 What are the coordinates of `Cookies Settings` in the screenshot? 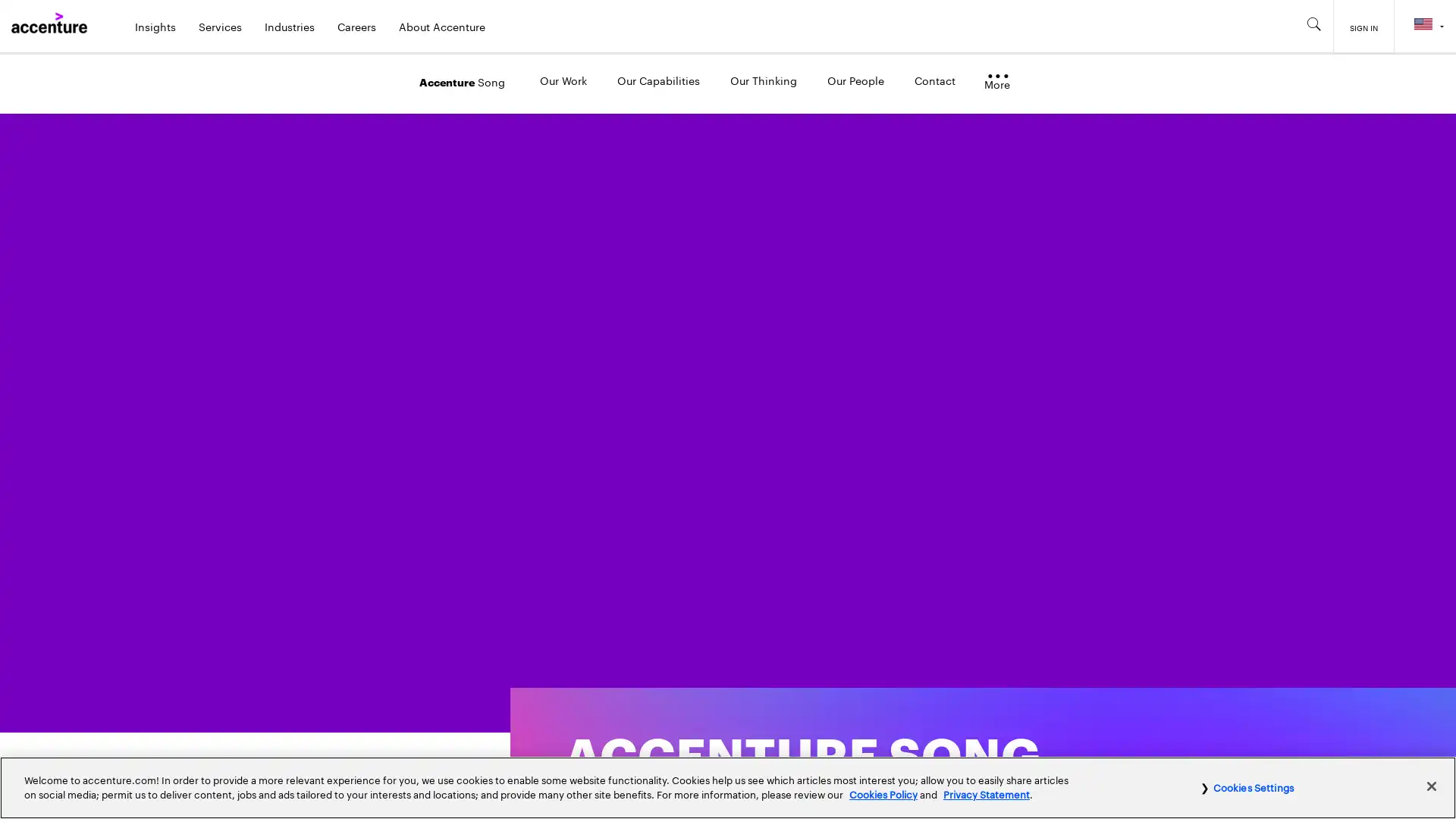 It's located at (1247, 786).